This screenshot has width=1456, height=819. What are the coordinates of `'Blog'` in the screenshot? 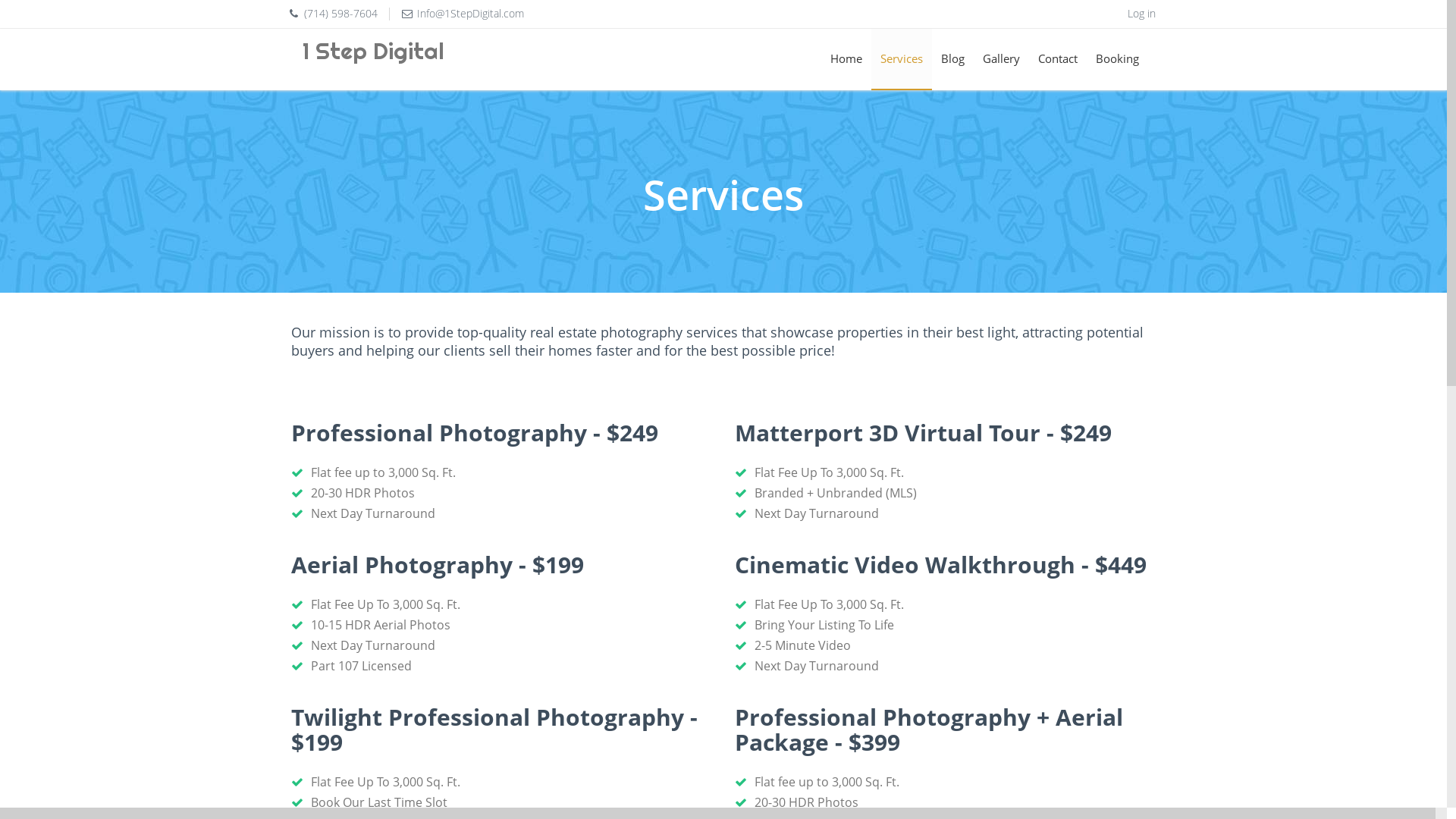 It's located at (930, 58).